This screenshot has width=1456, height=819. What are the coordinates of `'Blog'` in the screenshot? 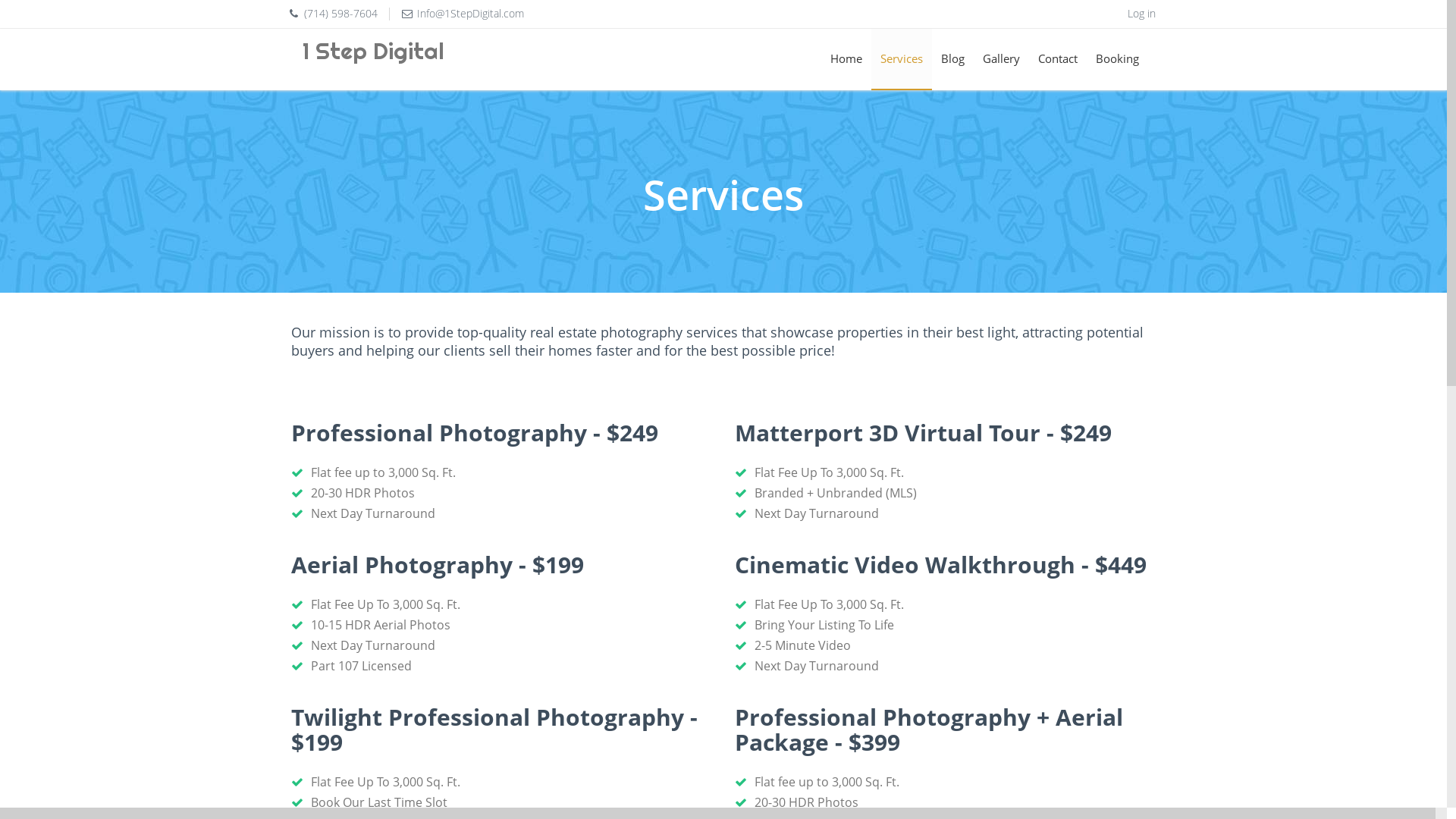 It's located at (930, 58).